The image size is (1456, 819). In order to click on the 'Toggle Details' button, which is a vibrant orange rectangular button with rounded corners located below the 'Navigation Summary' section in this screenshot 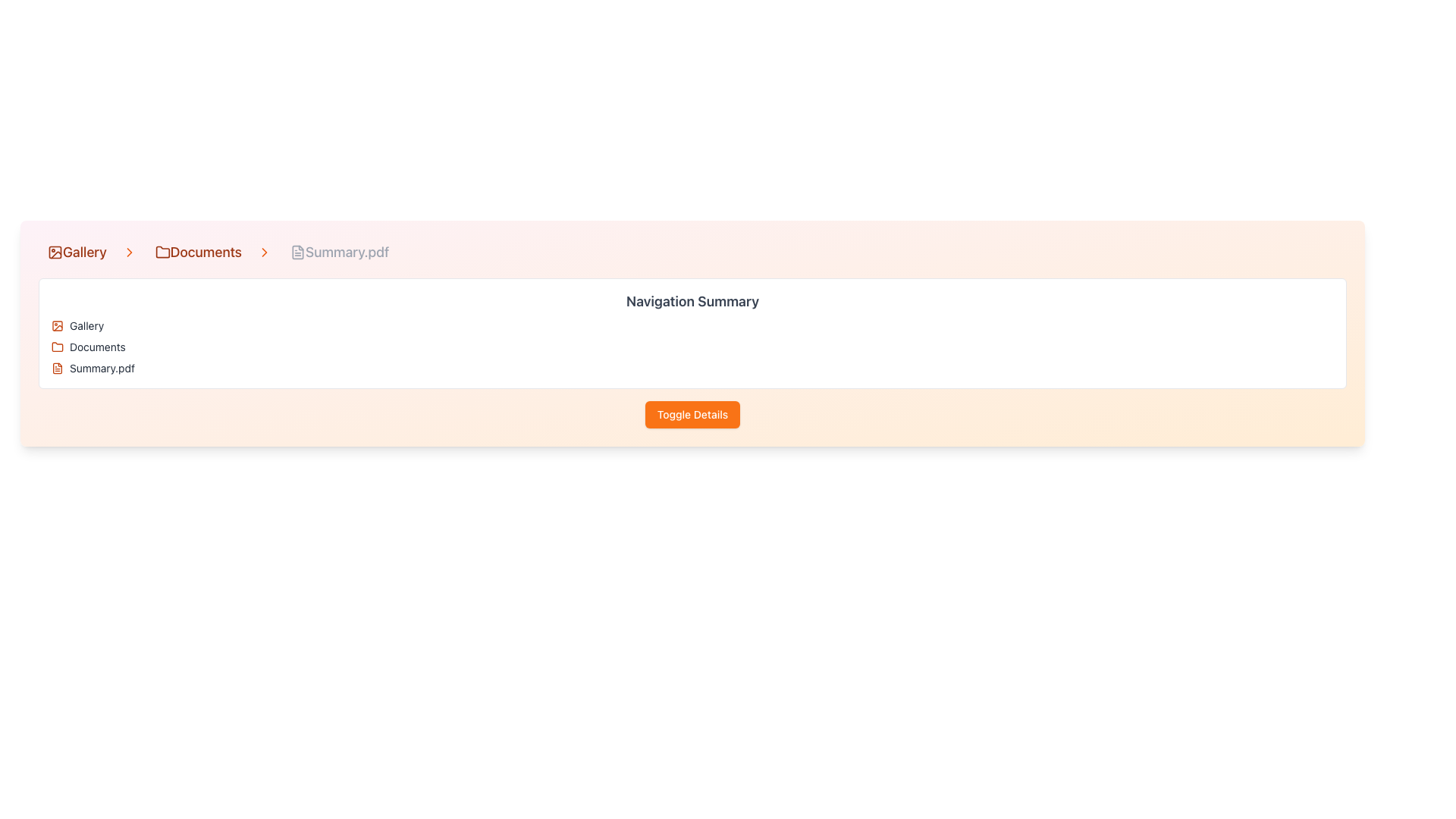, I will do `click(692, 415)`.